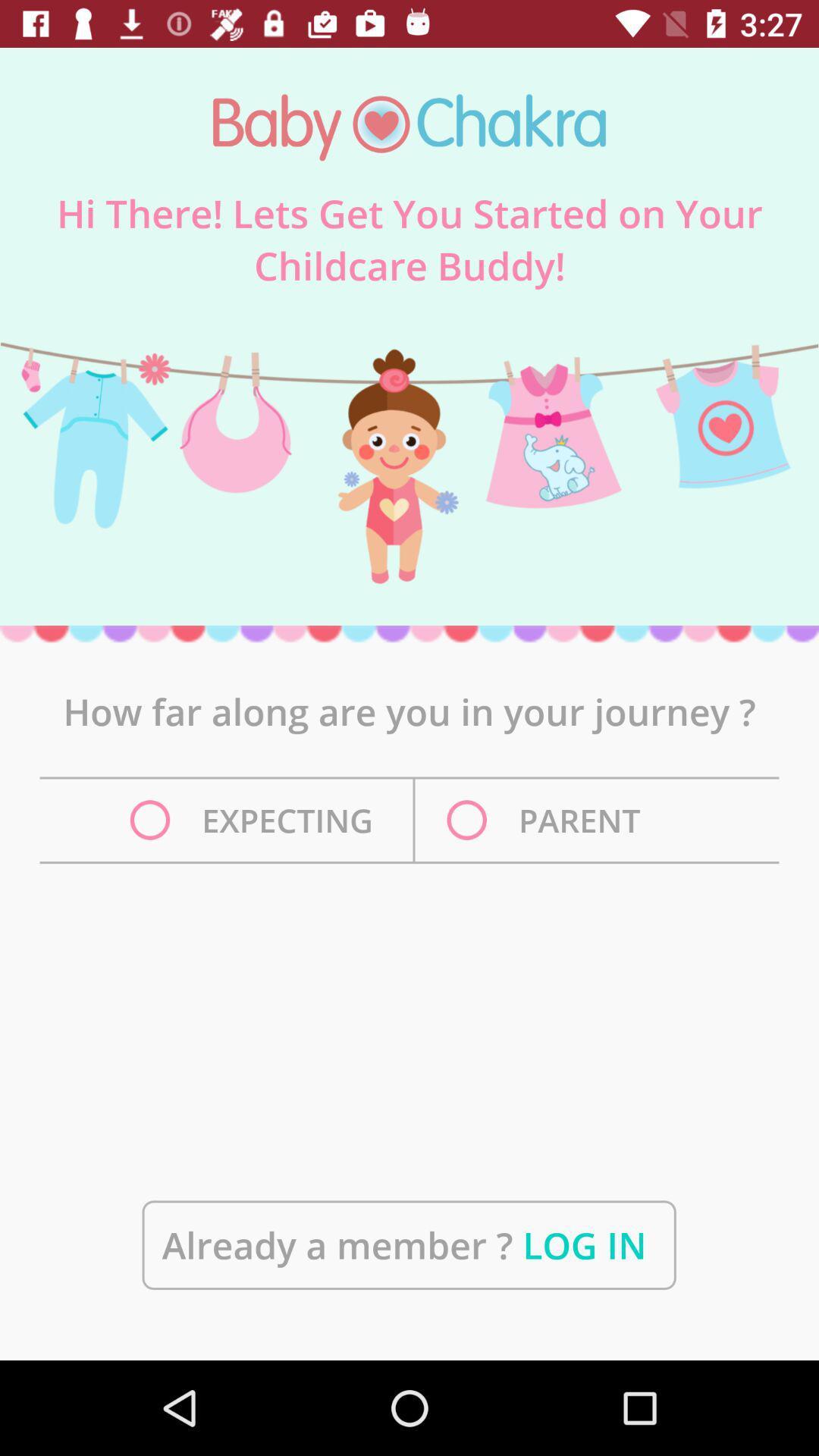 The height and width of the screenshot is (1456, 819). What do you see at coordinates (408, 1245) in the screenshot?
I see `already a member item` at bounding box center [408, 1245].